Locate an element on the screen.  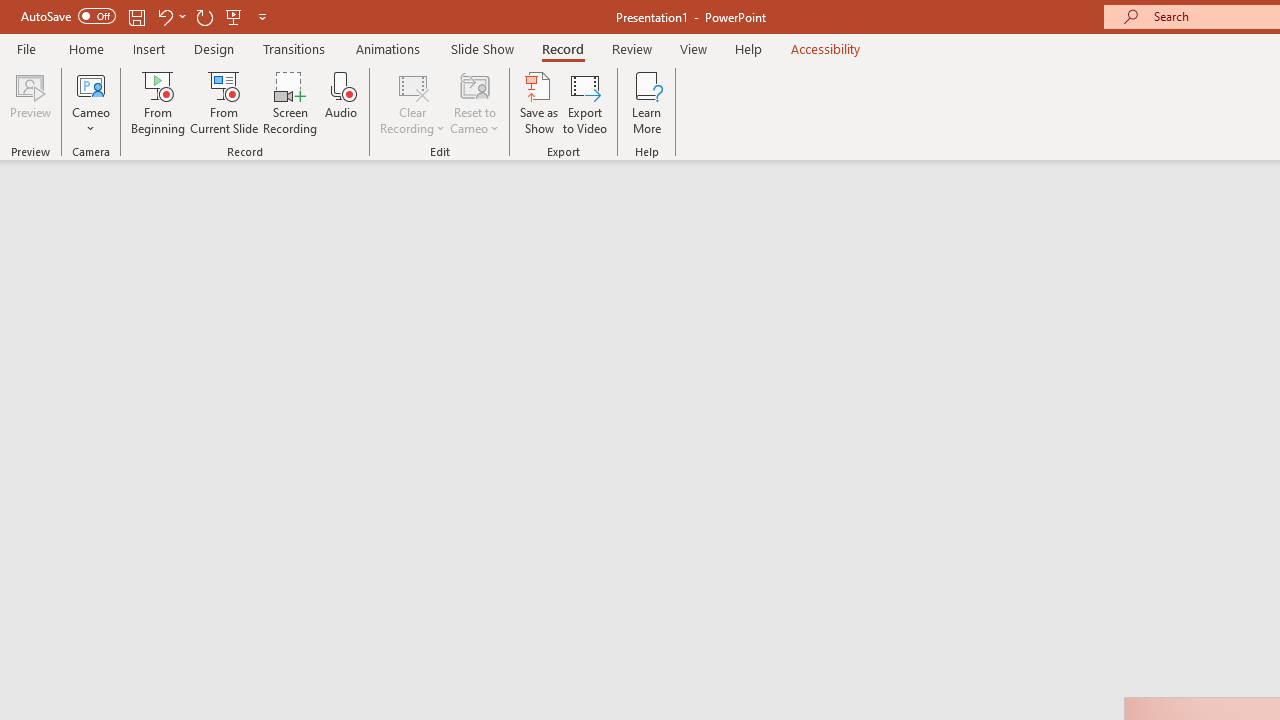
'Screen Recording' is located at coordinates (289, 103).